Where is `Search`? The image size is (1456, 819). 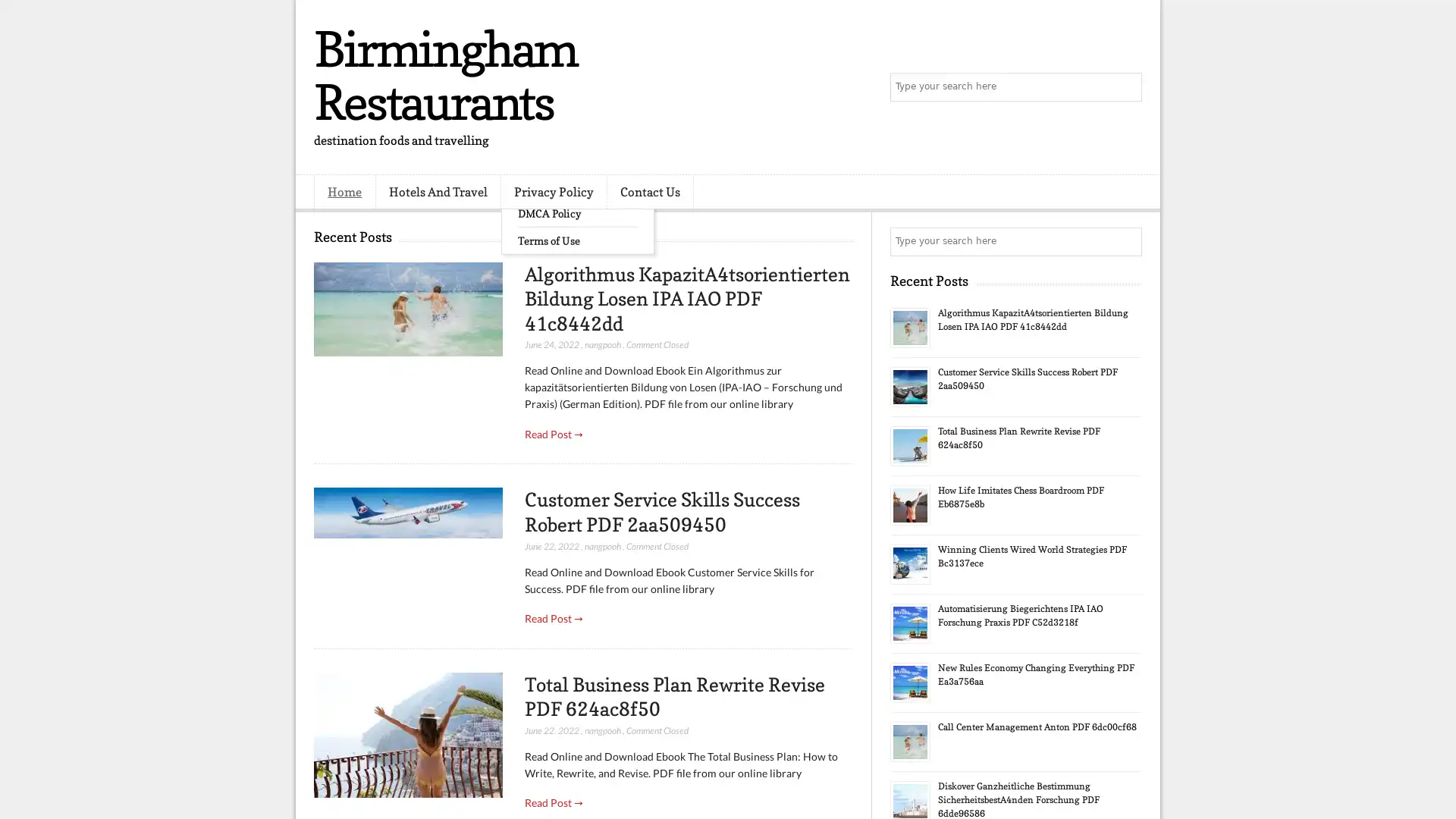
Search is located at coordinates (1126, 87).